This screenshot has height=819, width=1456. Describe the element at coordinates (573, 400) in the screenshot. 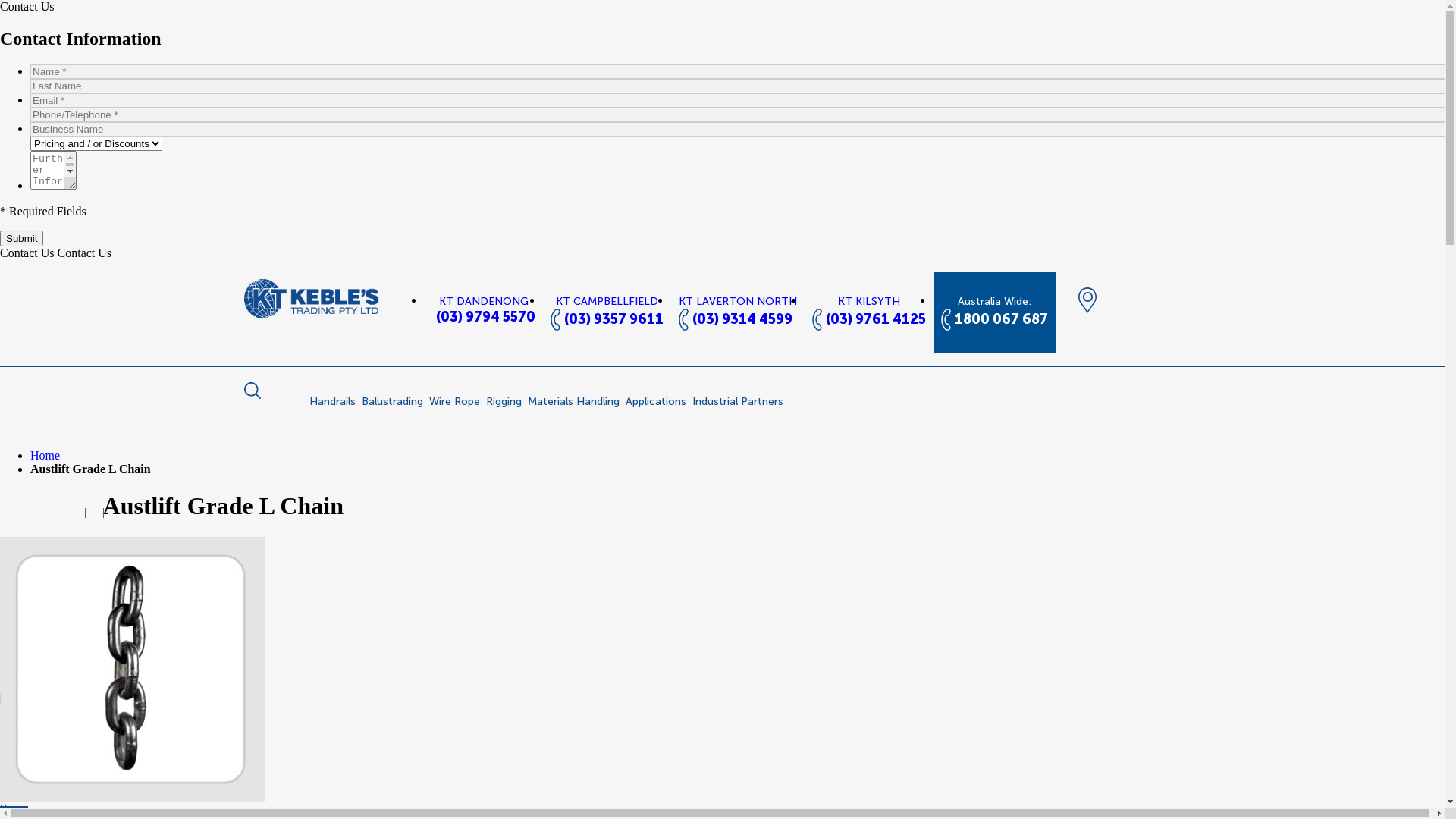

I see `'Materials Handling'` at that location.